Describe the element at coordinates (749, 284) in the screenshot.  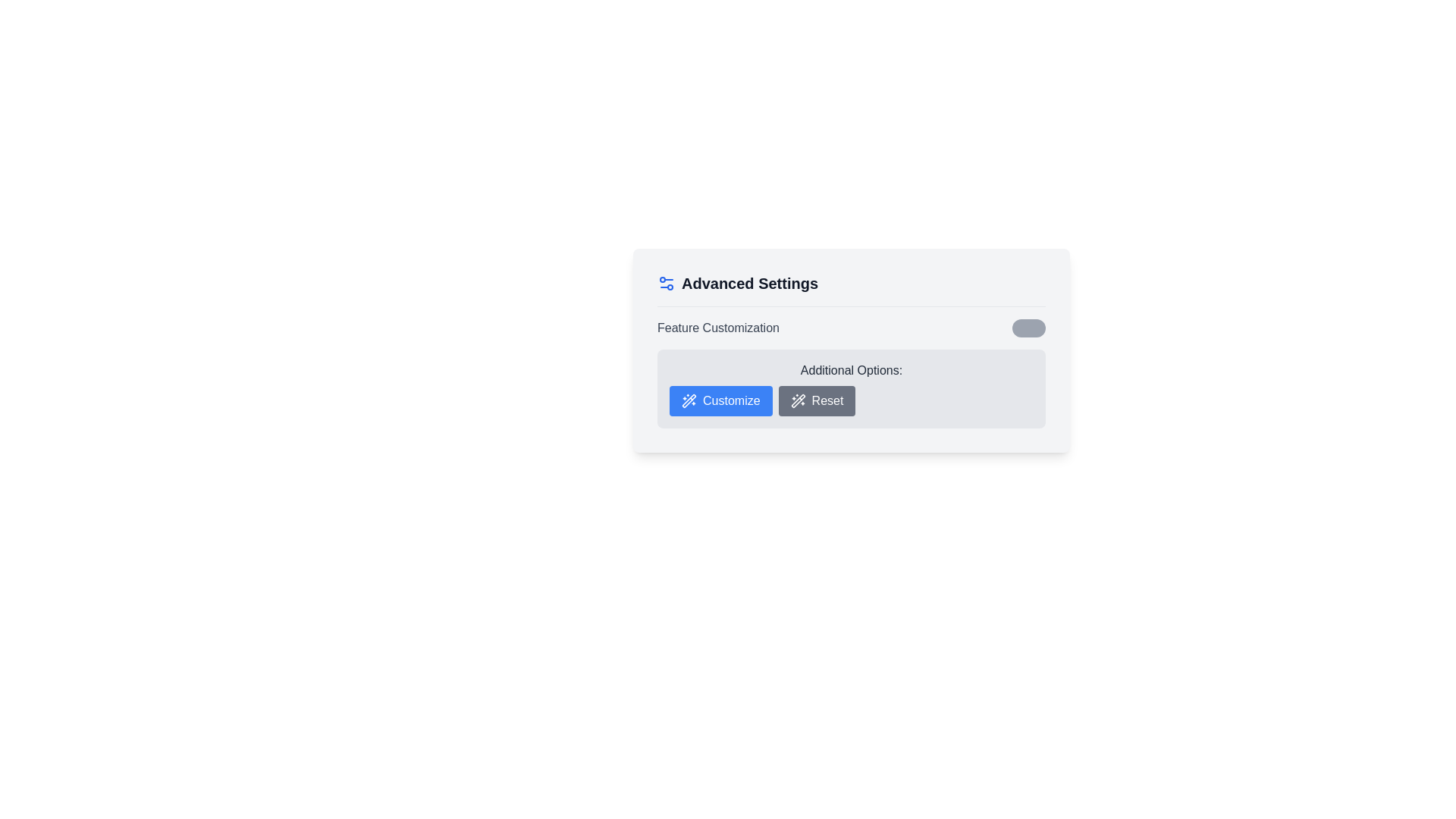
I see `the Text label that signifies the section for advanced settings options, located above other interface elements like a toggle switch and buttons, and to the right of the settings gear icon` at that location.